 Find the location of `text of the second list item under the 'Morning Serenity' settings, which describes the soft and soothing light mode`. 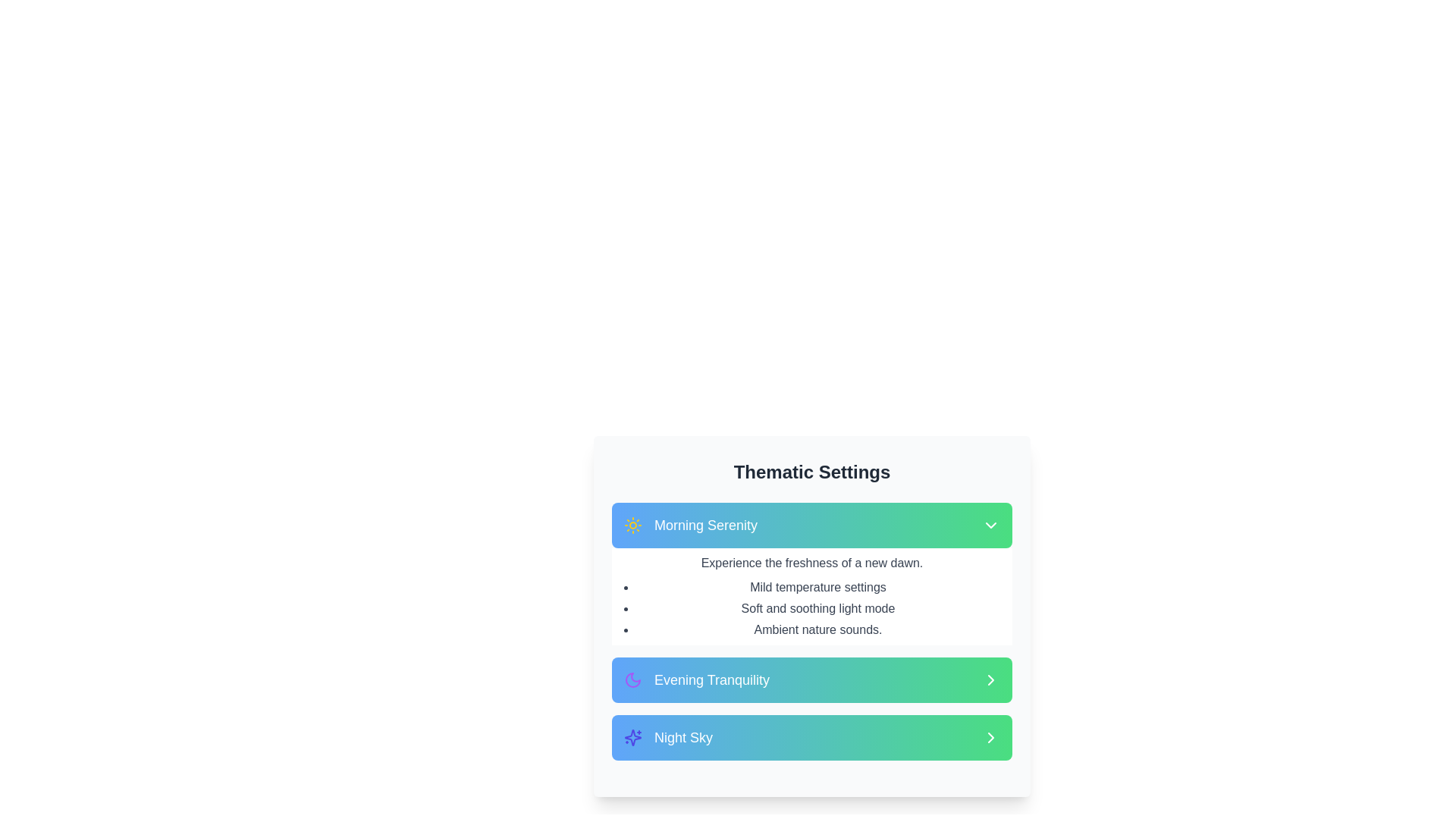

text of the second list item under the 'Morning Serenity' settings, which describes the soft and soothing light mode is located at coordinates (817, 607).